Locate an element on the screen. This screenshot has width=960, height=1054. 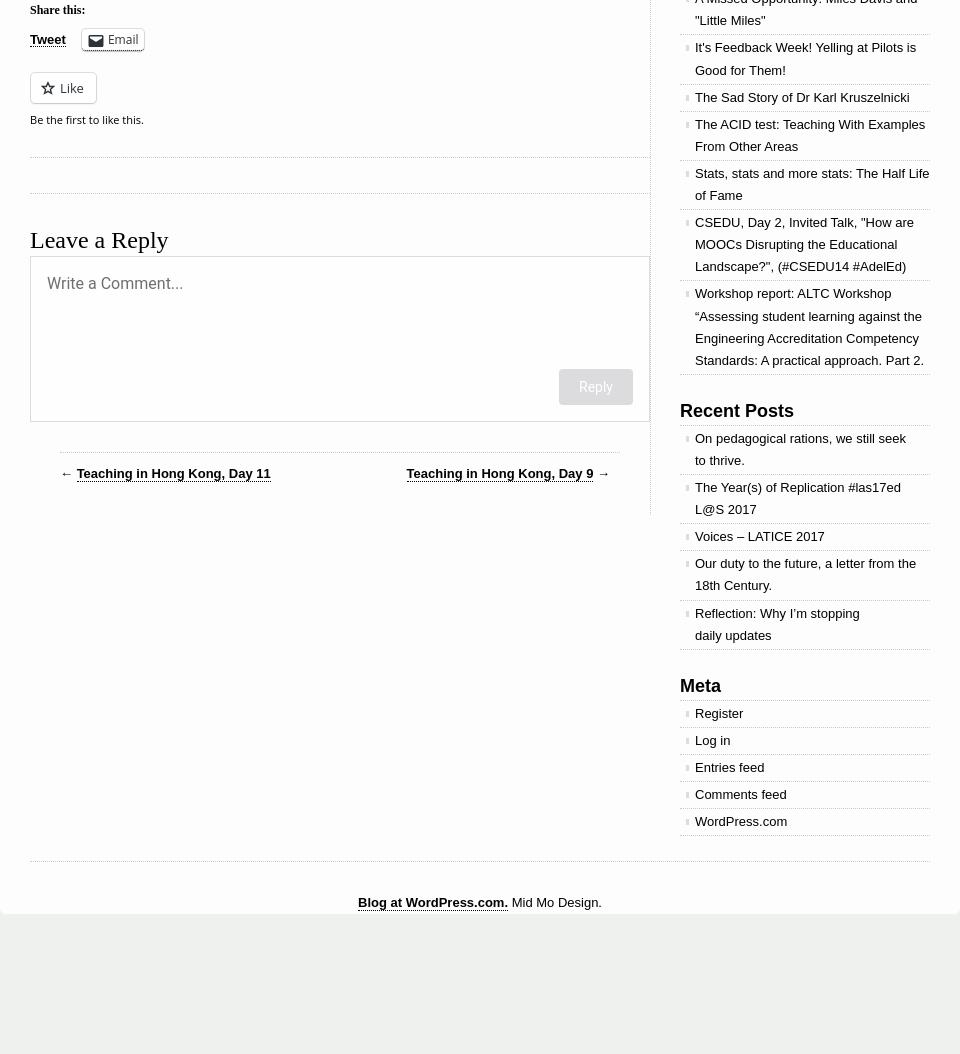
'Teaching in Hong Kong, Day 11' is located at coordinates (171, 473).